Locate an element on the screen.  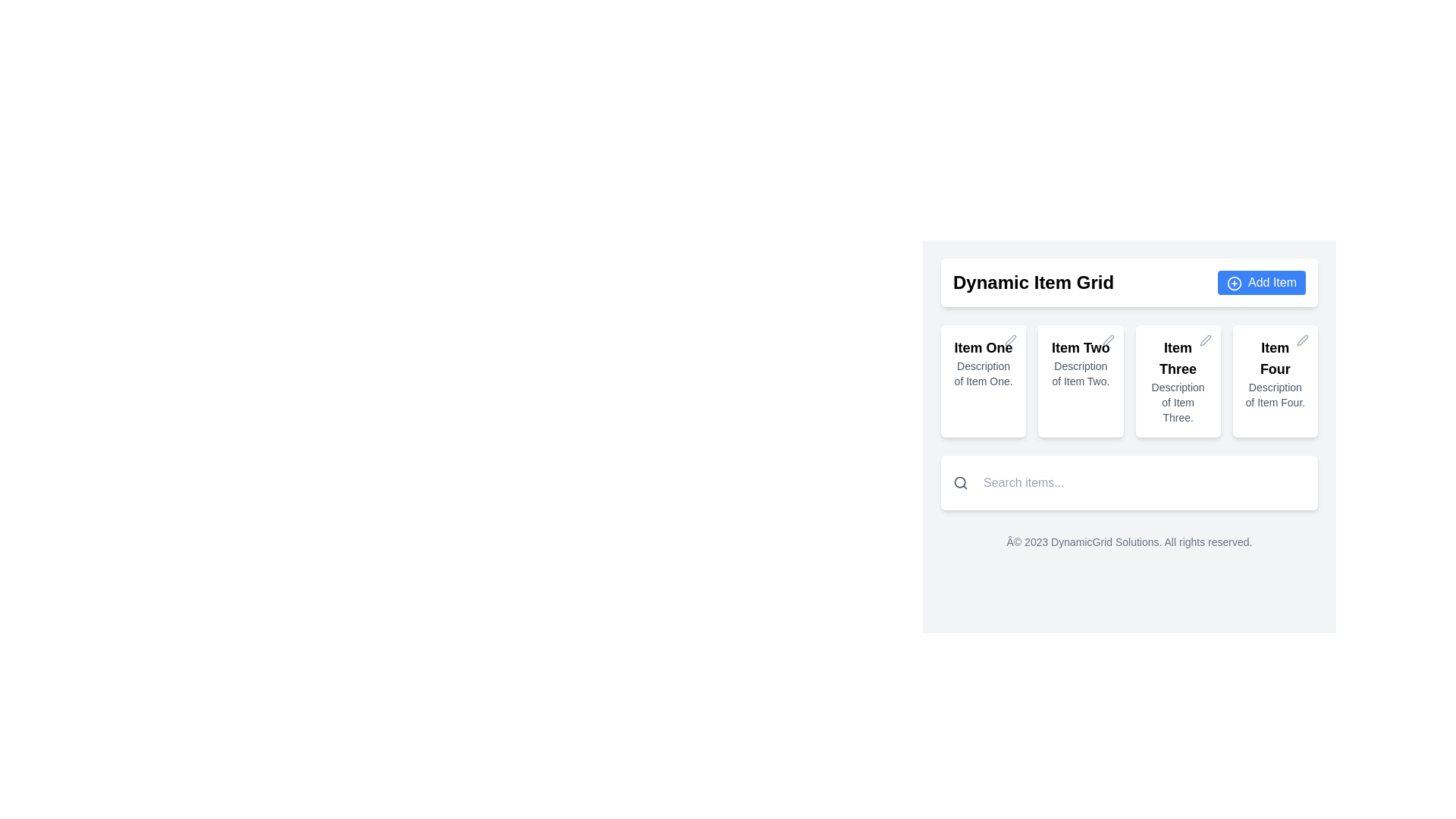
the descriptive text located beneath the heading 'Item Four' in the grid layout is located at coordinates (1274, 394).